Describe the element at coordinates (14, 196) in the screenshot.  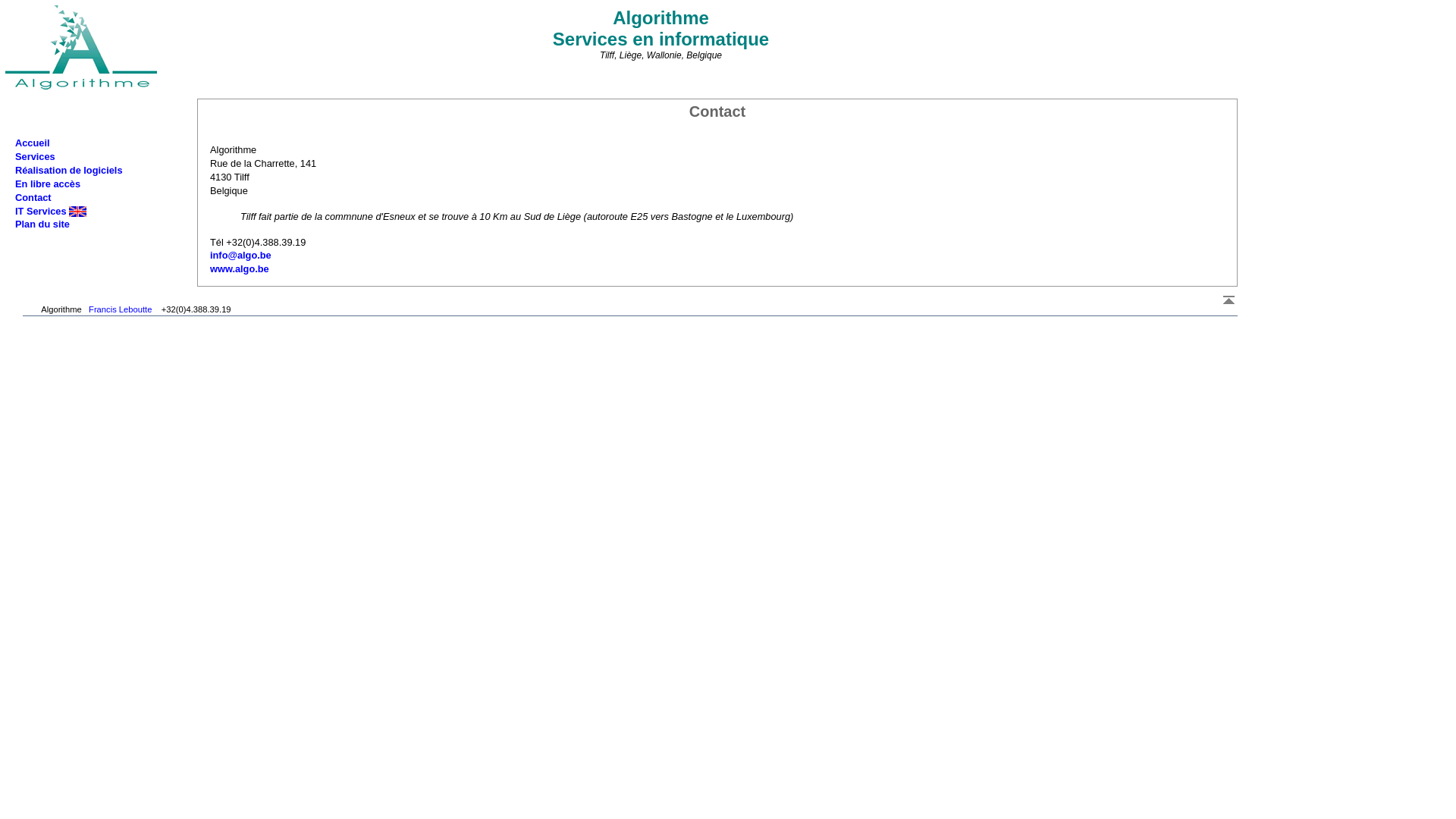
I see `'Contact'` at that location.